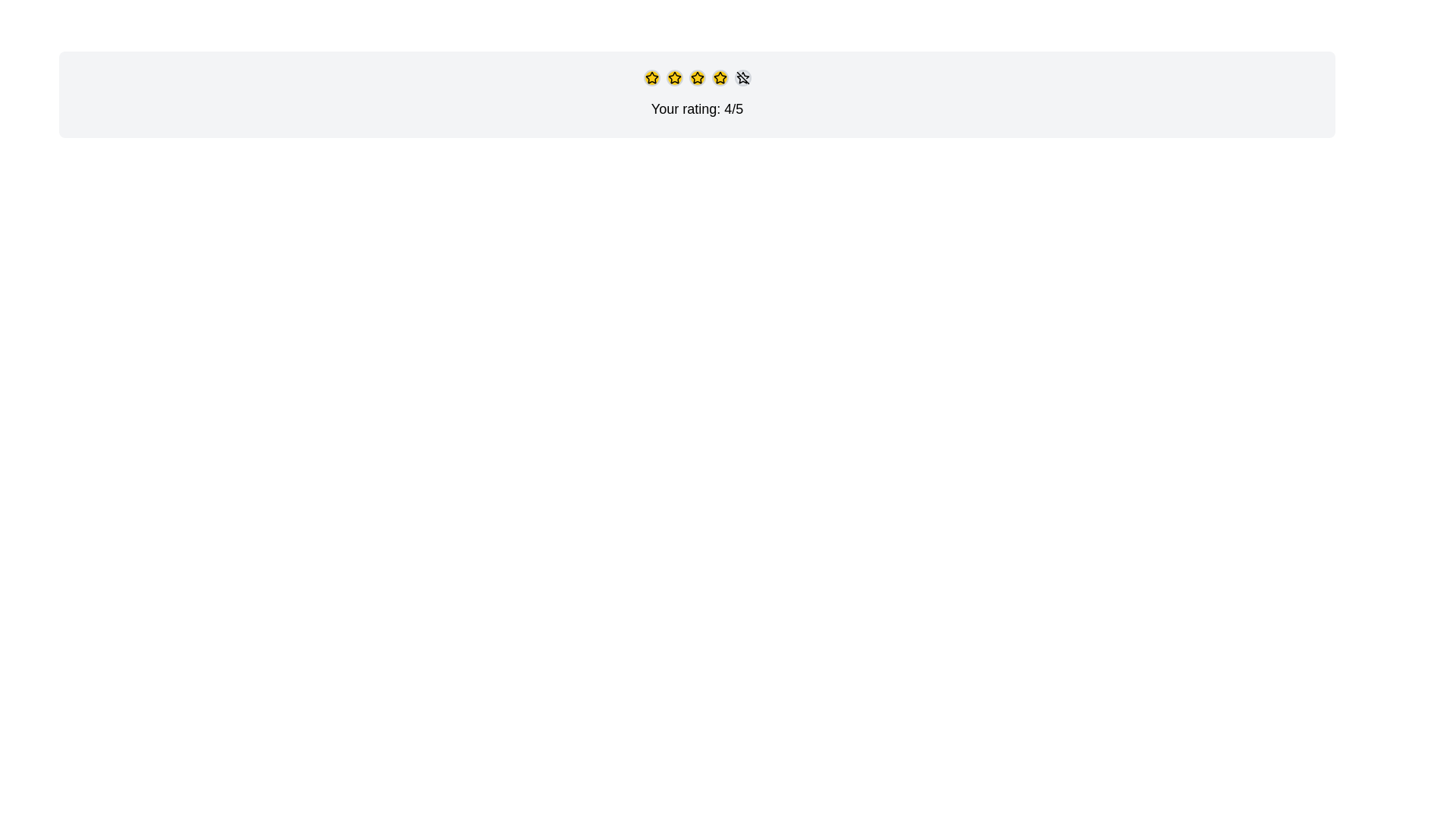  What do you see at coordinates (651, 77) in the screenshot?
I see `the second star icon in the star rating component, which symbolizes a two-star rating in the rating system` at bounding box center [651, 77].